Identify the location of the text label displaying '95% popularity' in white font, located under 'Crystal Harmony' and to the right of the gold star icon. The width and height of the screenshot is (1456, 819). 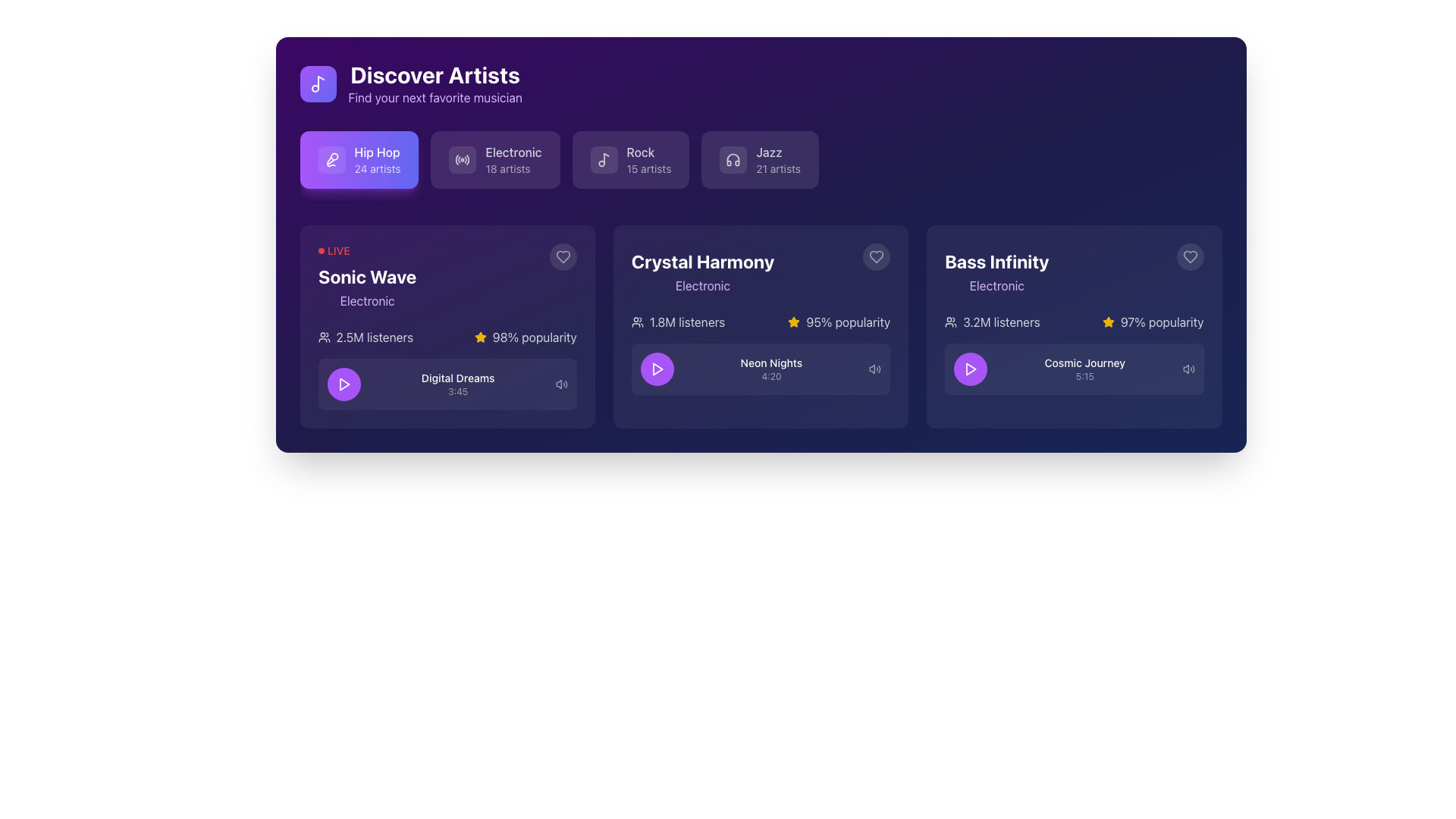
(847, 321).